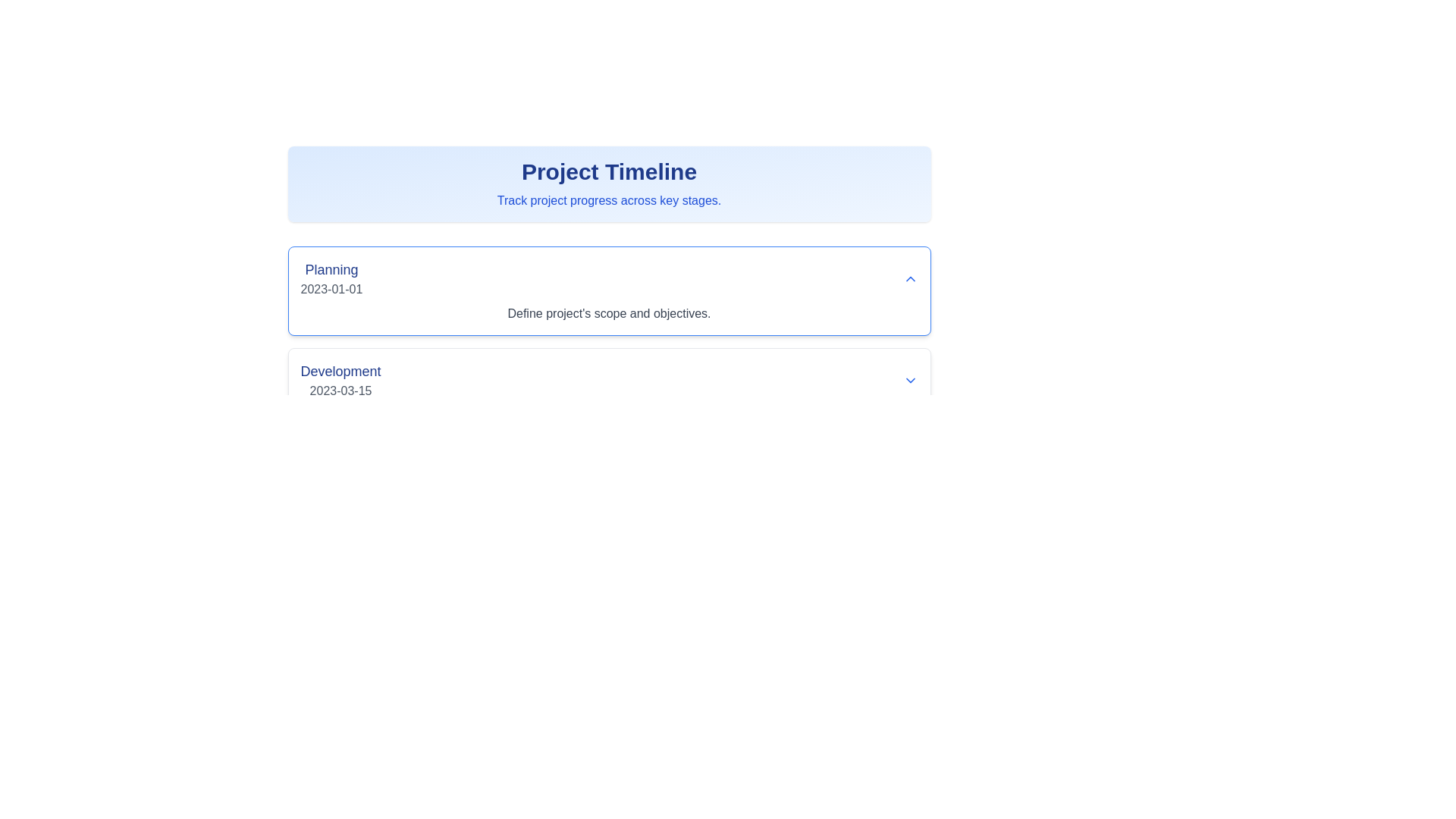 The width and height of the screenshot is (1456, 819). I want to click on the small blue downward-pointing chevron icon located to the right of the text 'Development' and '2023-03-15', so click(910, 379).